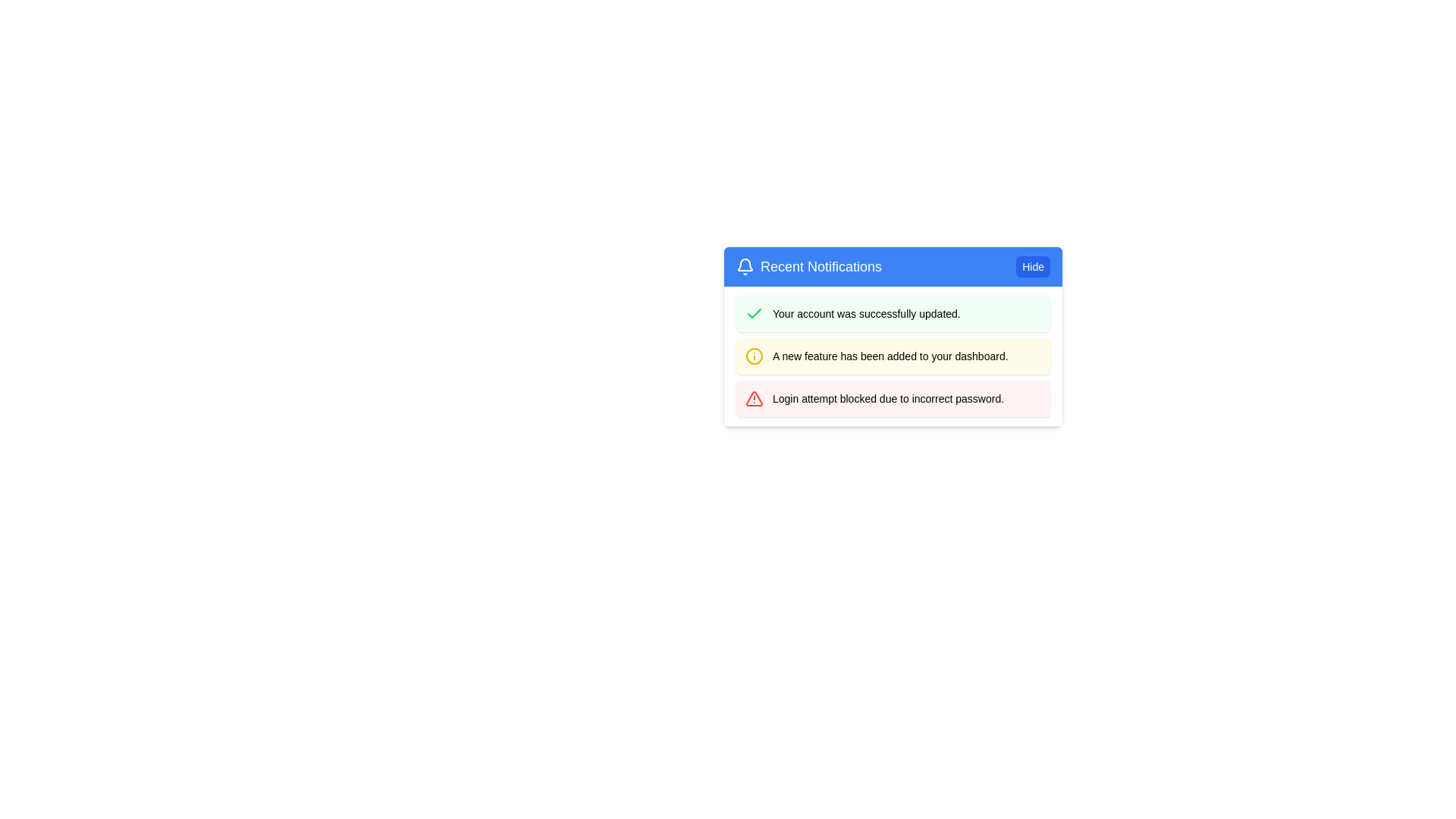  I want to click on the toggle button located at the far right of the blue header bar labeled 'Recent Notifications', so click(1032, 265).